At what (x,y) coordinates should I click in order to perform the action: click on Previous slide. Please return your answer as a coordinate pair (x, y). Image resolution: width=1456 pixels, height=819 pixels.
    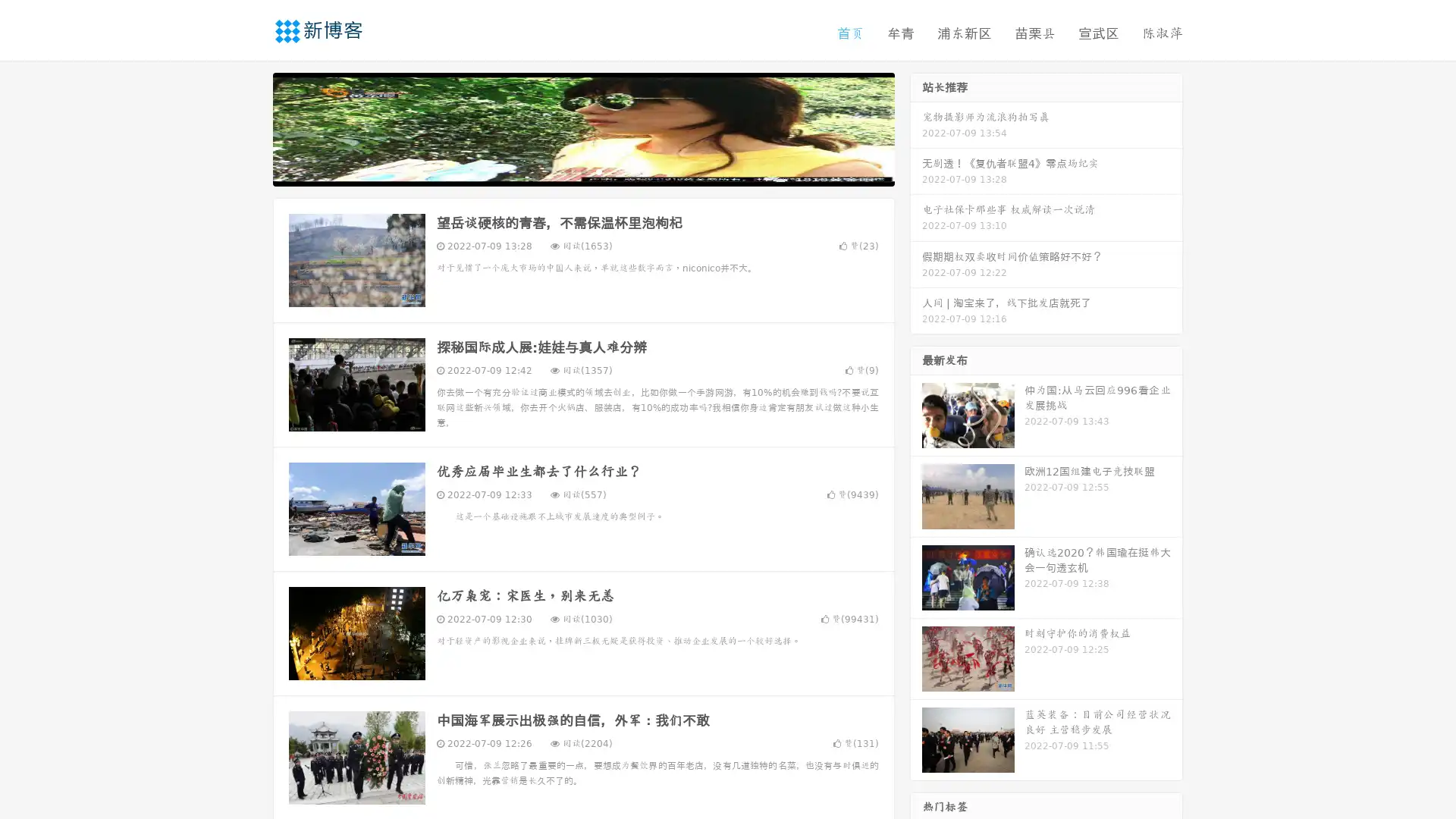
    Looking at the image, I should click on (250, 127).